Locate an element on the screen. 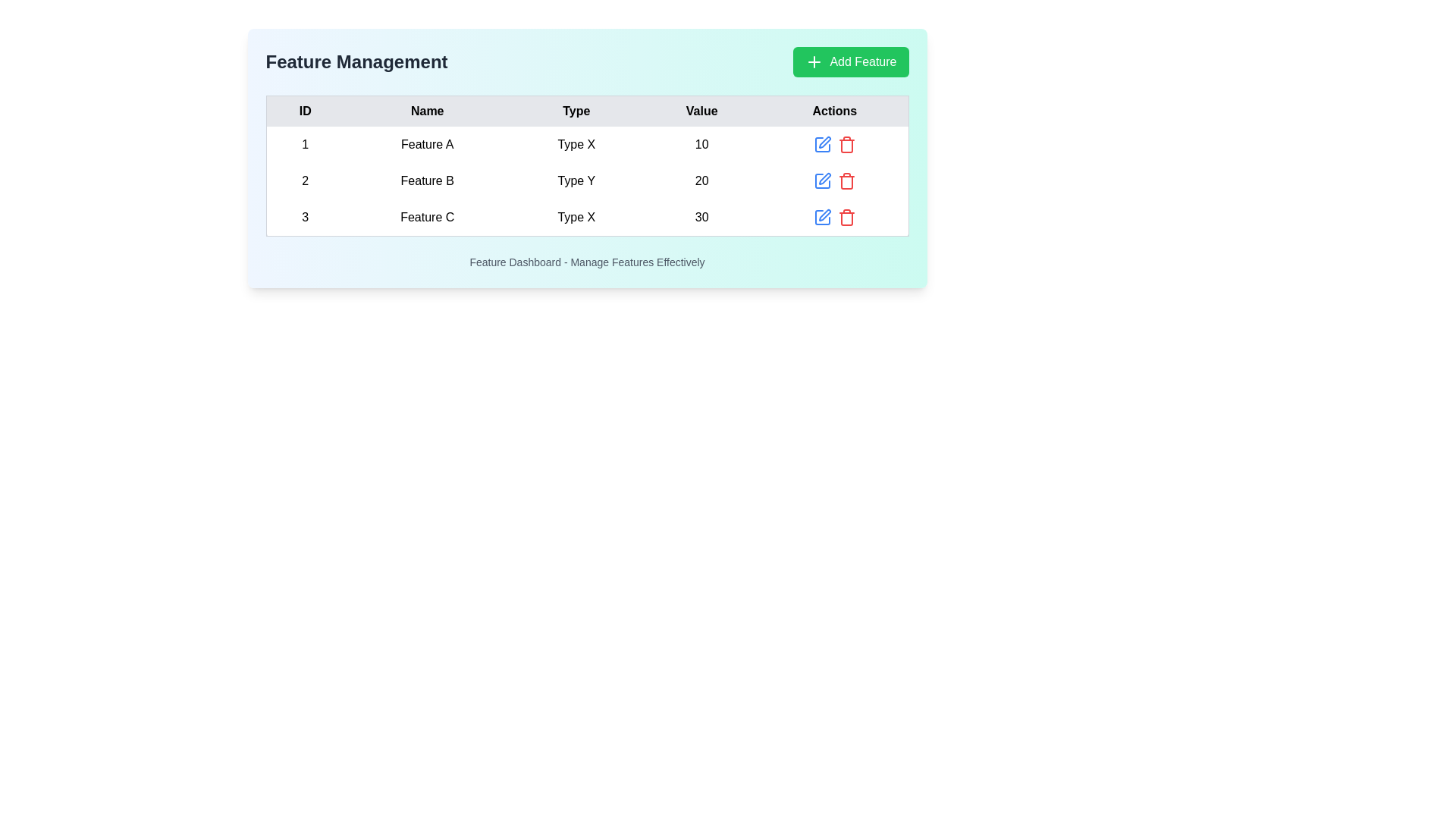 Image resolution: width=1456 pixels, height=819 pixels. the table cell representing the unique identifier for an item, located in the first row and first column under the 'ID' header is located at coordinates (304, 145).